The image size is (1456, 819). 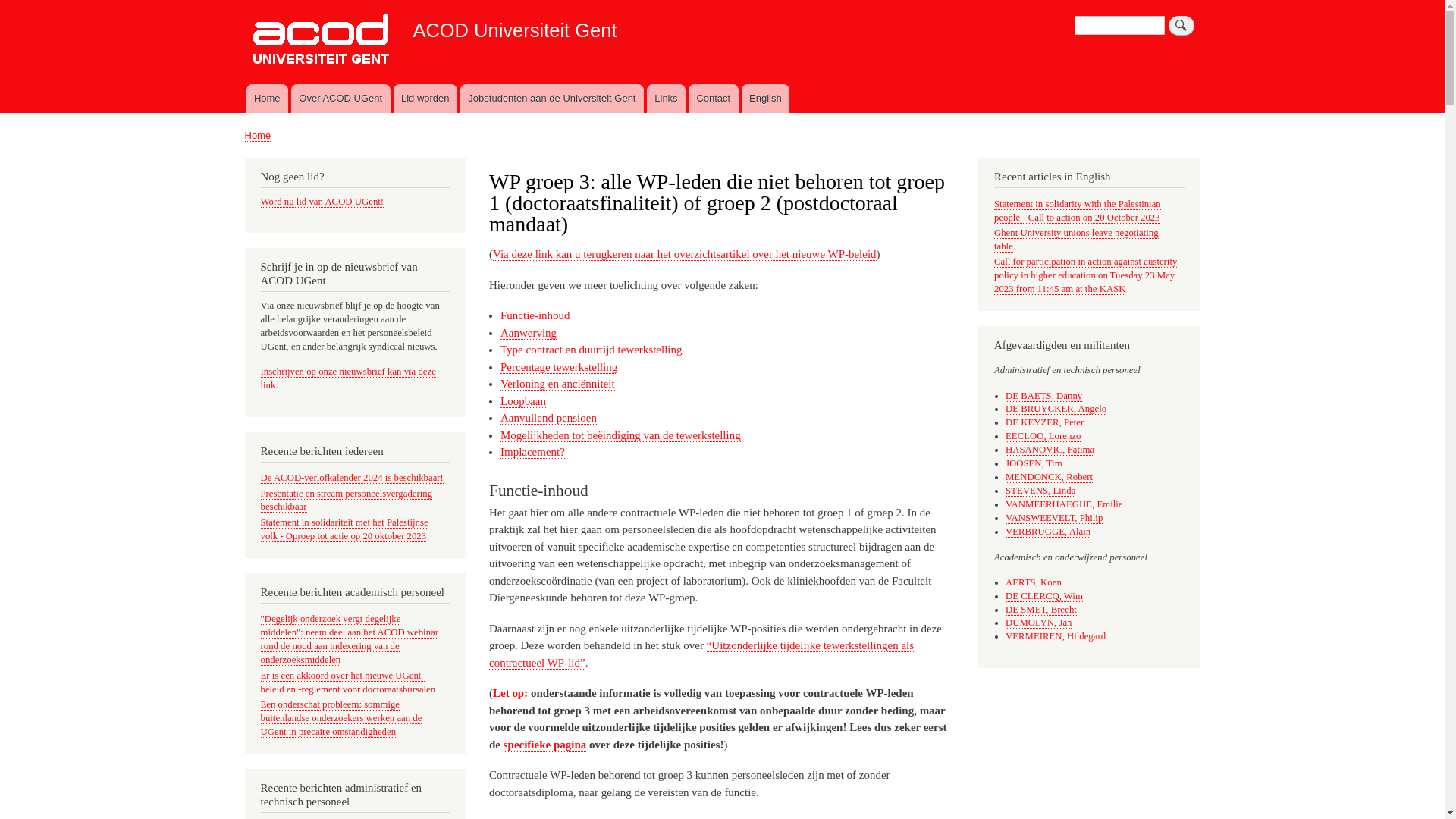 I want to click on 'MENDONCK, Robert', so click(x=1048, y=476).